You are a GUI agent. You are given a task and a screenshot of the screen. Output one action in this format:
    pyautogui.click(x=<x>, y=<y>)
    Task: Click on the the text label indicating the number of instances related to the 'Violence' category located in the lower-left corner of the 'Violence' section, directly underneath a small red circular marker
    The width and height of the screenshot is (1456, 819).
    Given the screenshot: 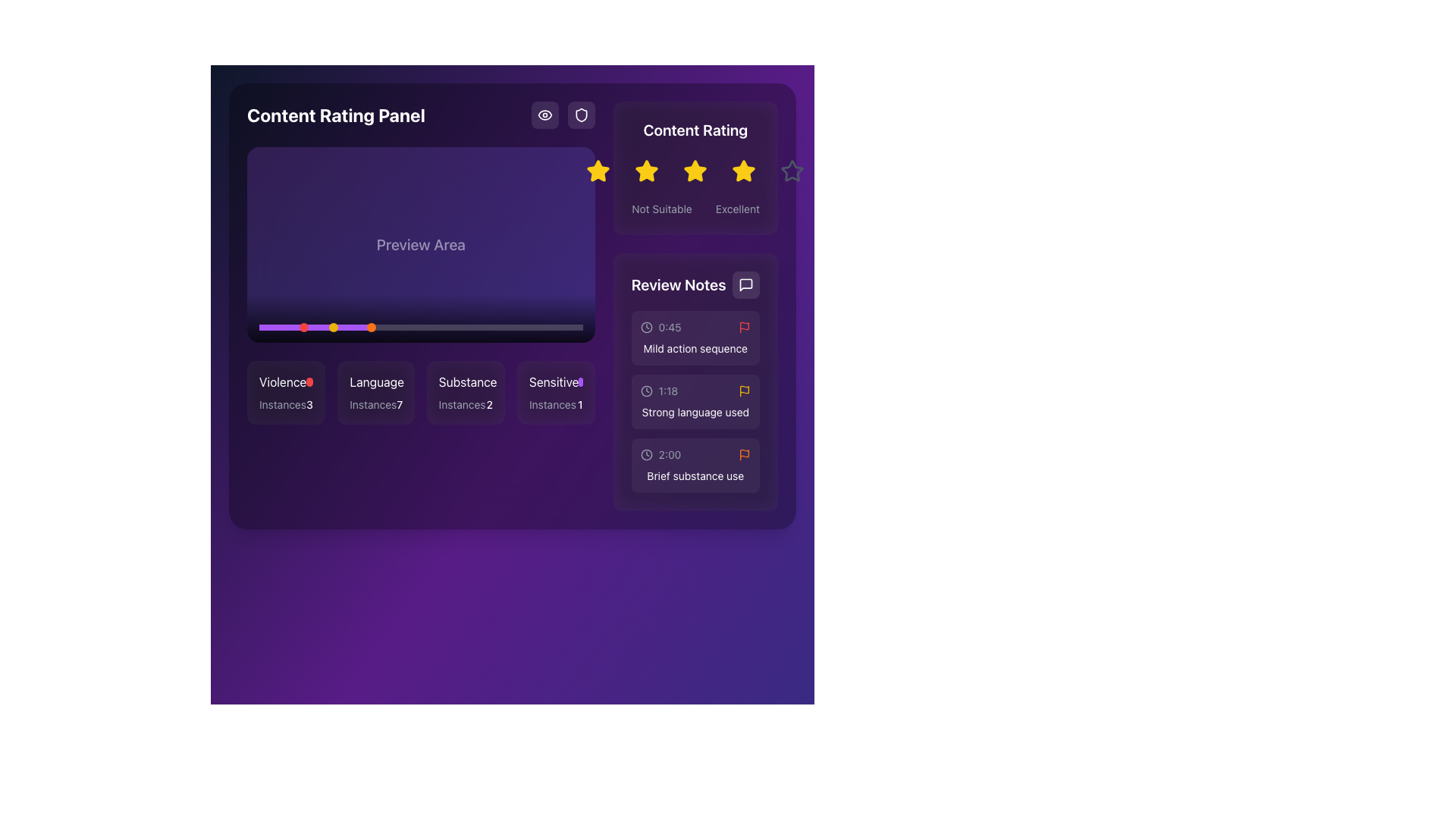 What is the action you would take?
    pyautogui.click(x=286, y=403)
    